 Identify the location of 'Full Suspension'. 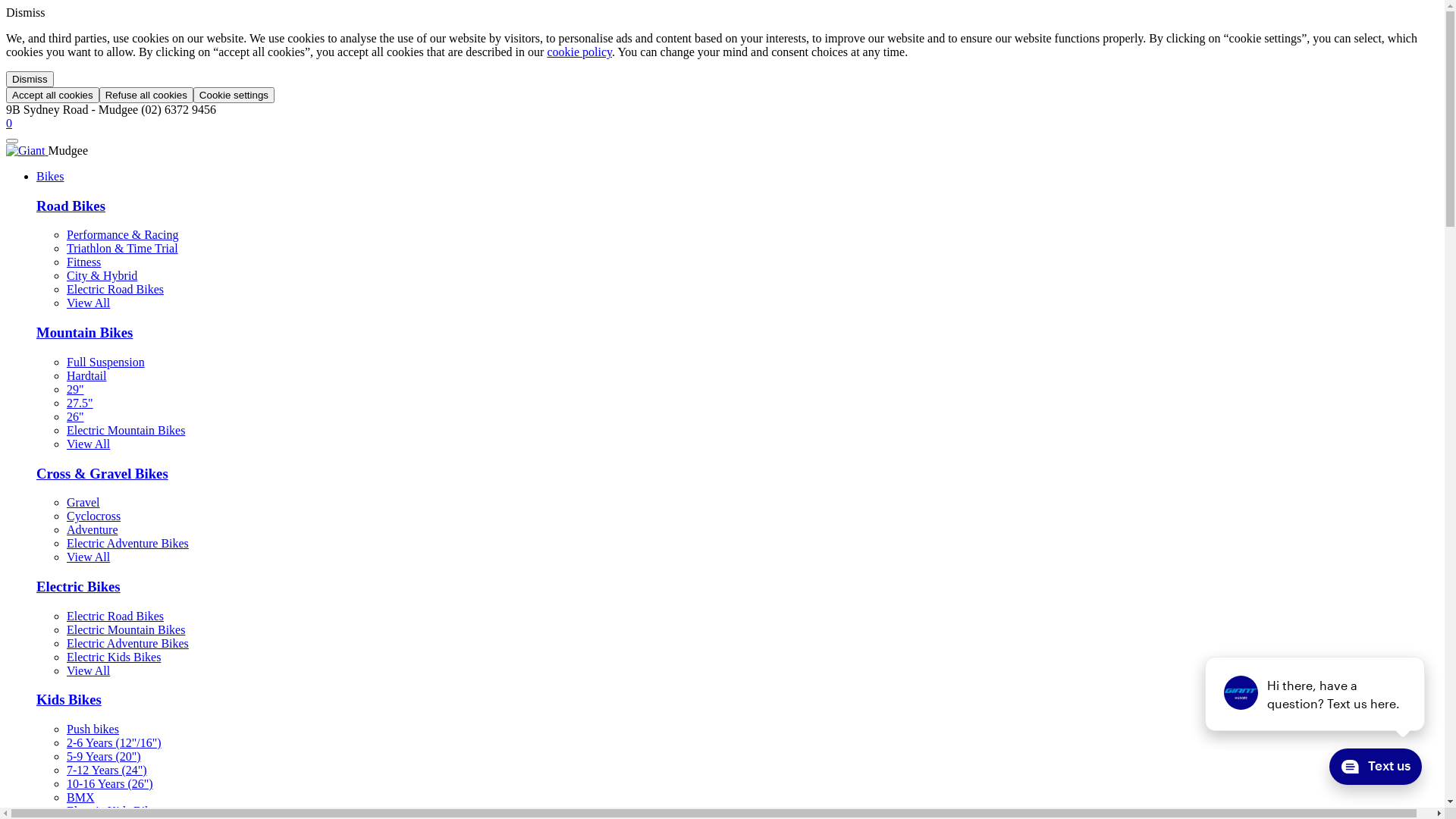
(105, 362).